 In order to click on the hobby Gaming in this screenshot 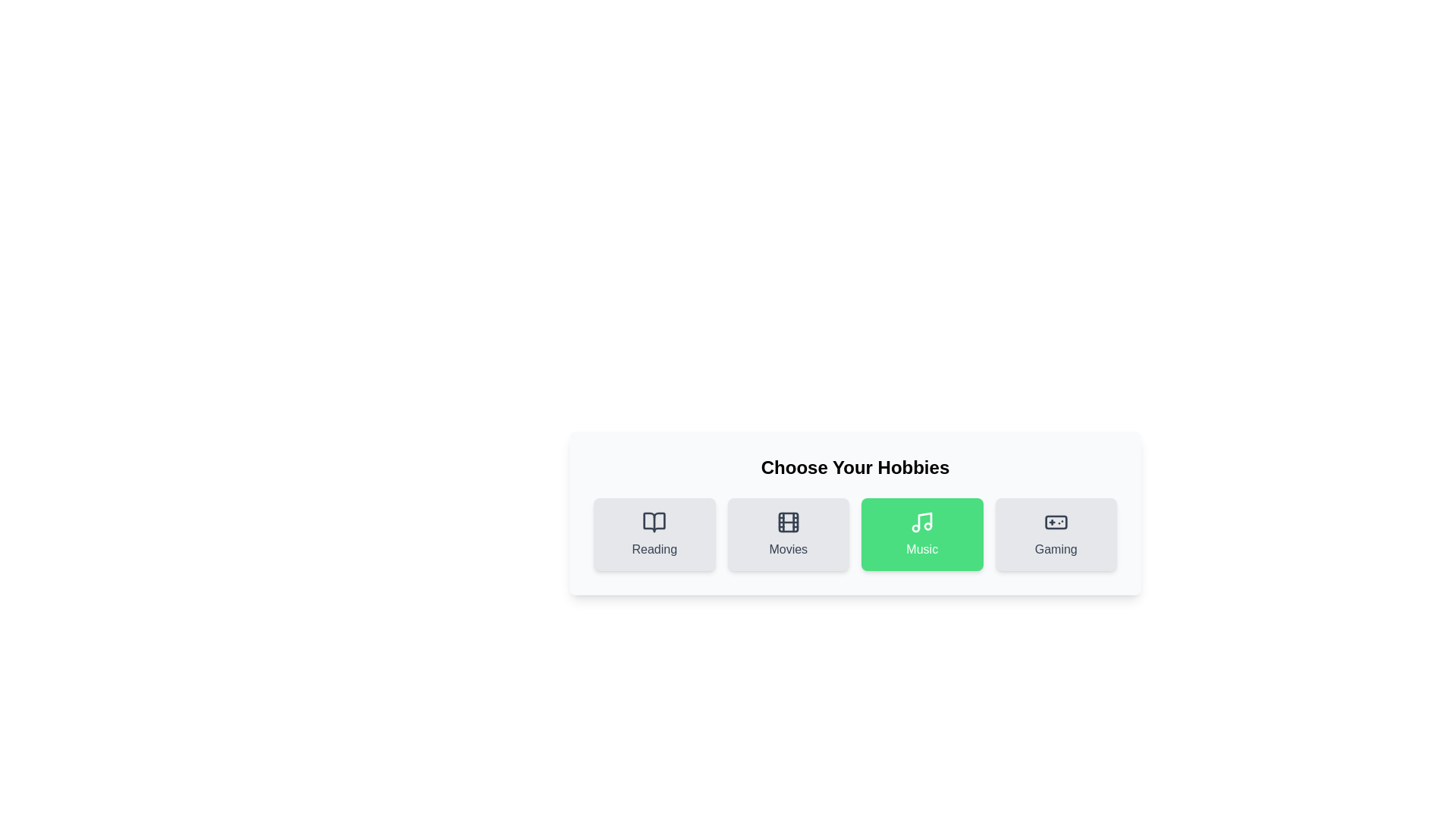, I will do `click(1055, 534)`.